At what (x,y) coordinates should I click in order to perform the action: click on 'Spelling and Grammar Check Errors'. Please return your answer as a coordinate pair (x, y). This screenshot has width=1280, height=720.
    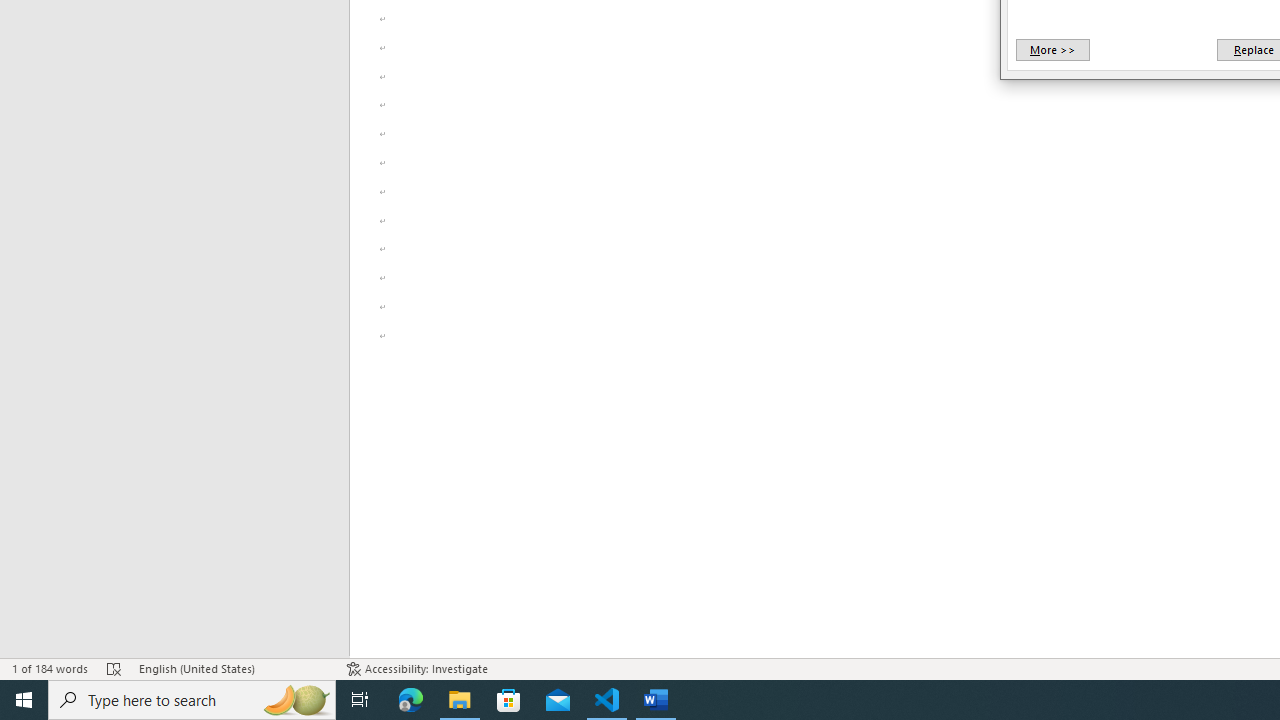
    Looking at the image, I should click on (113, 669).